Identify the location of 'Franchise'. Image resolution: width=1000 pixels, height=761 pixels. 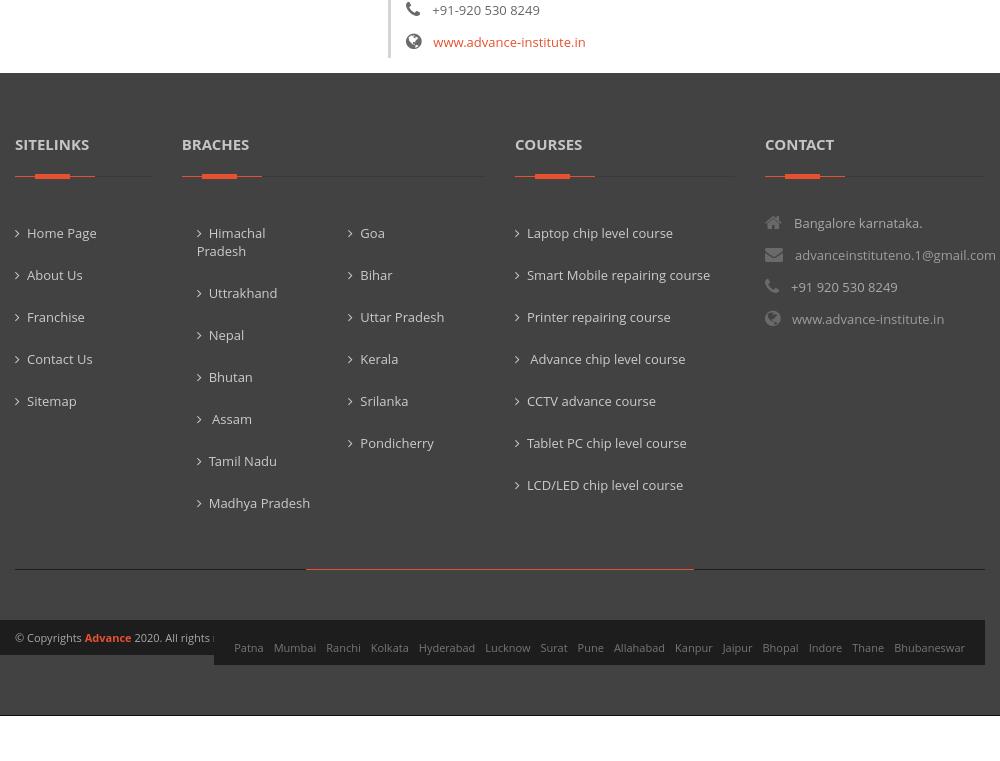
(55, 314).